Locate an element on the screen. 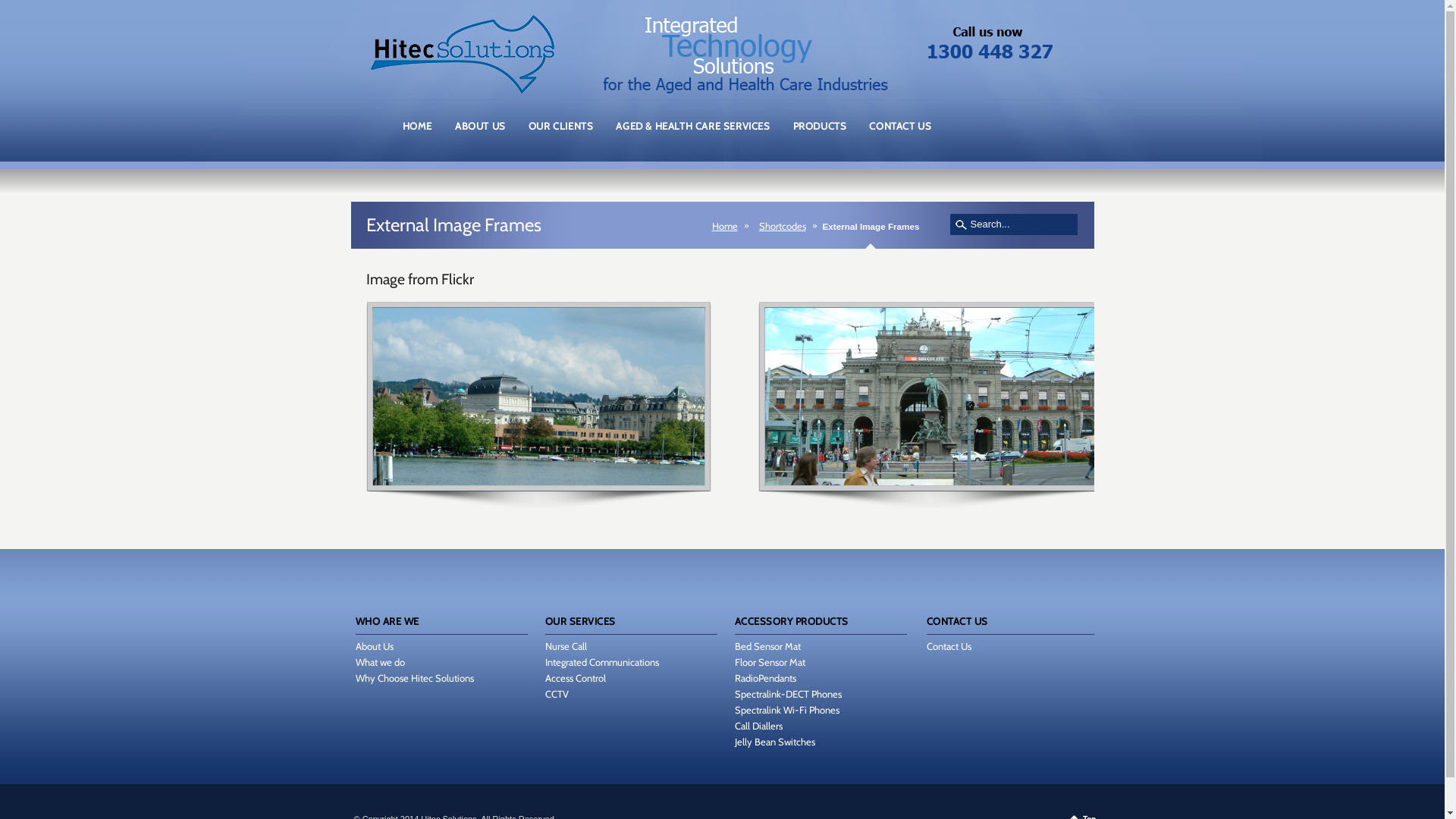 This screenshot has width=1456, height=819. 'search' is located at coordinates (960, 224).